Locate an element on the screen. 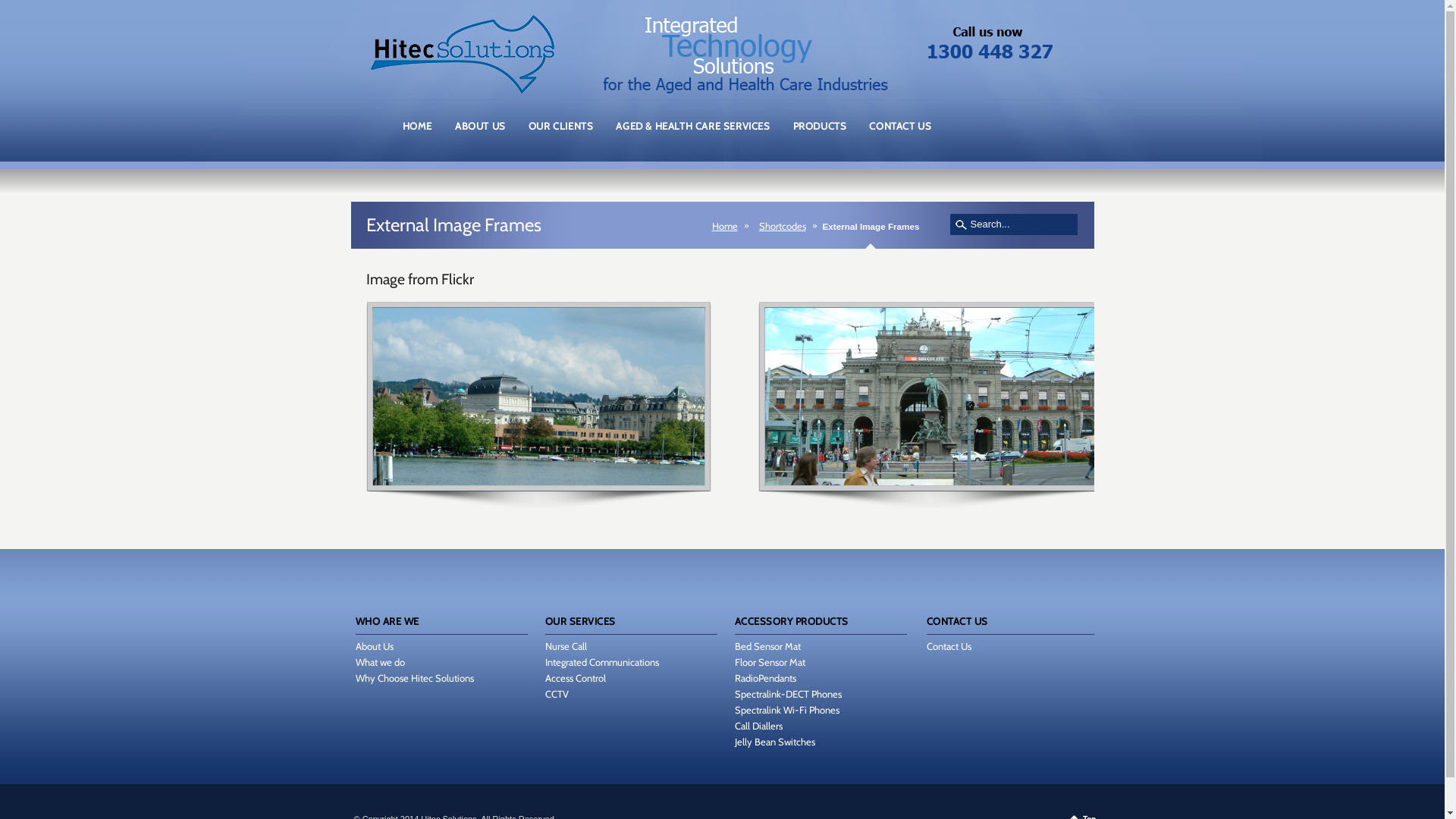 This screenshot has width=1456, height=819. 'search' is located at coordinates (960, 224).